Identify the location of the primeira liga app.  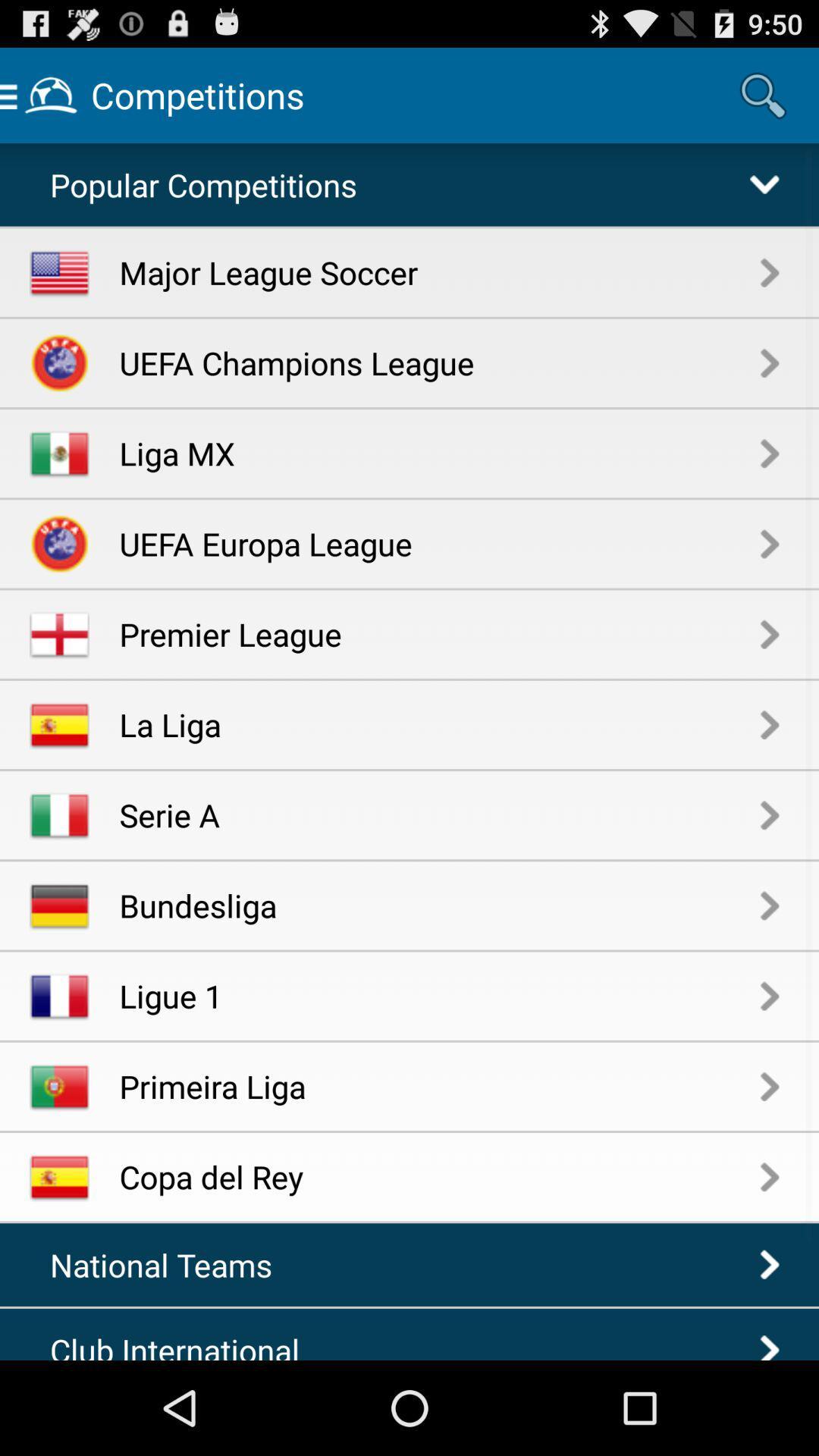
(440, 1085).